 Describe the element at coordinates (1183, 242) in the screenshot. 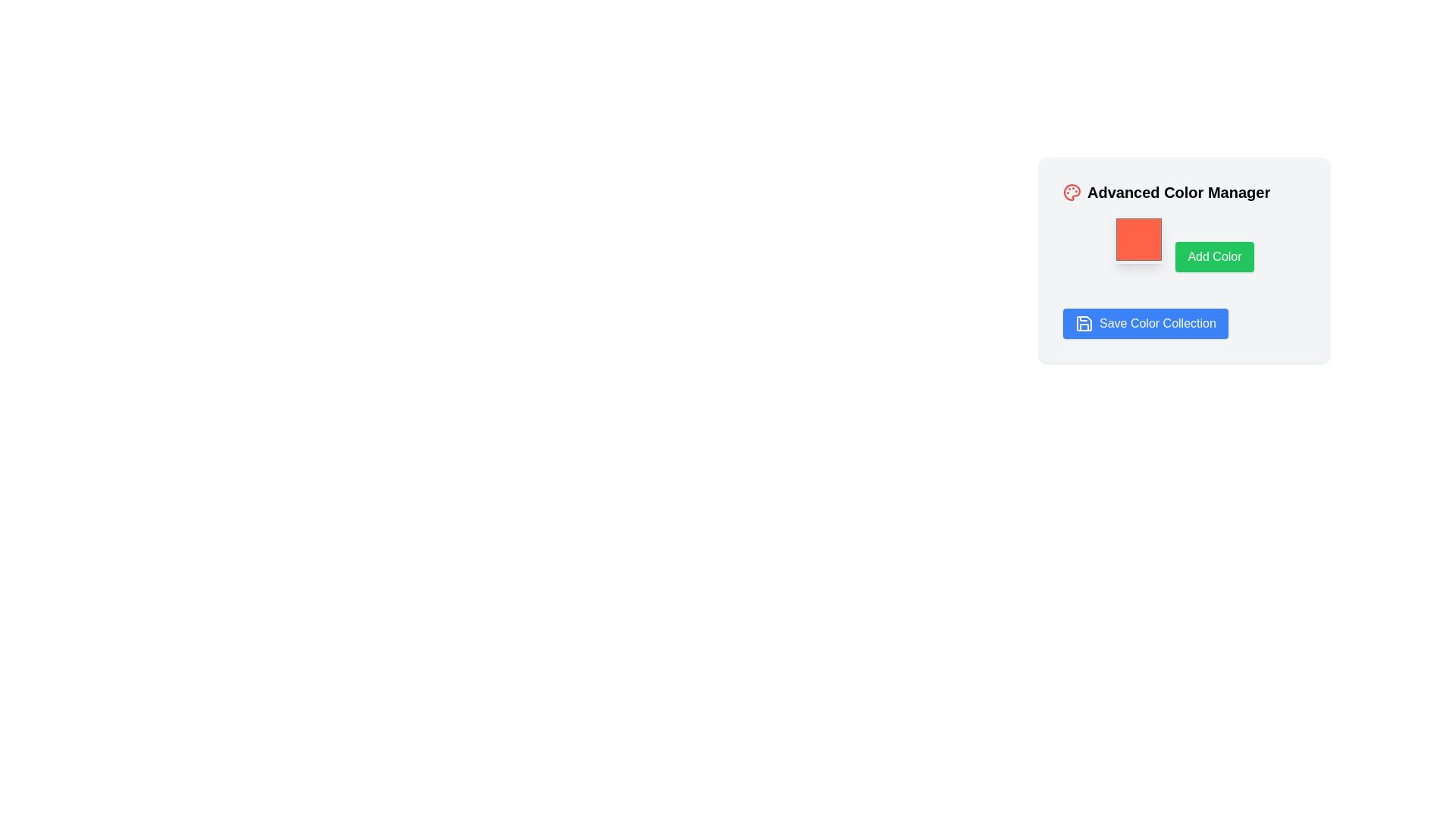

I see `the button used to confirm the selection or addition of a color in the 'Advanced Color Manager' card` at that location.